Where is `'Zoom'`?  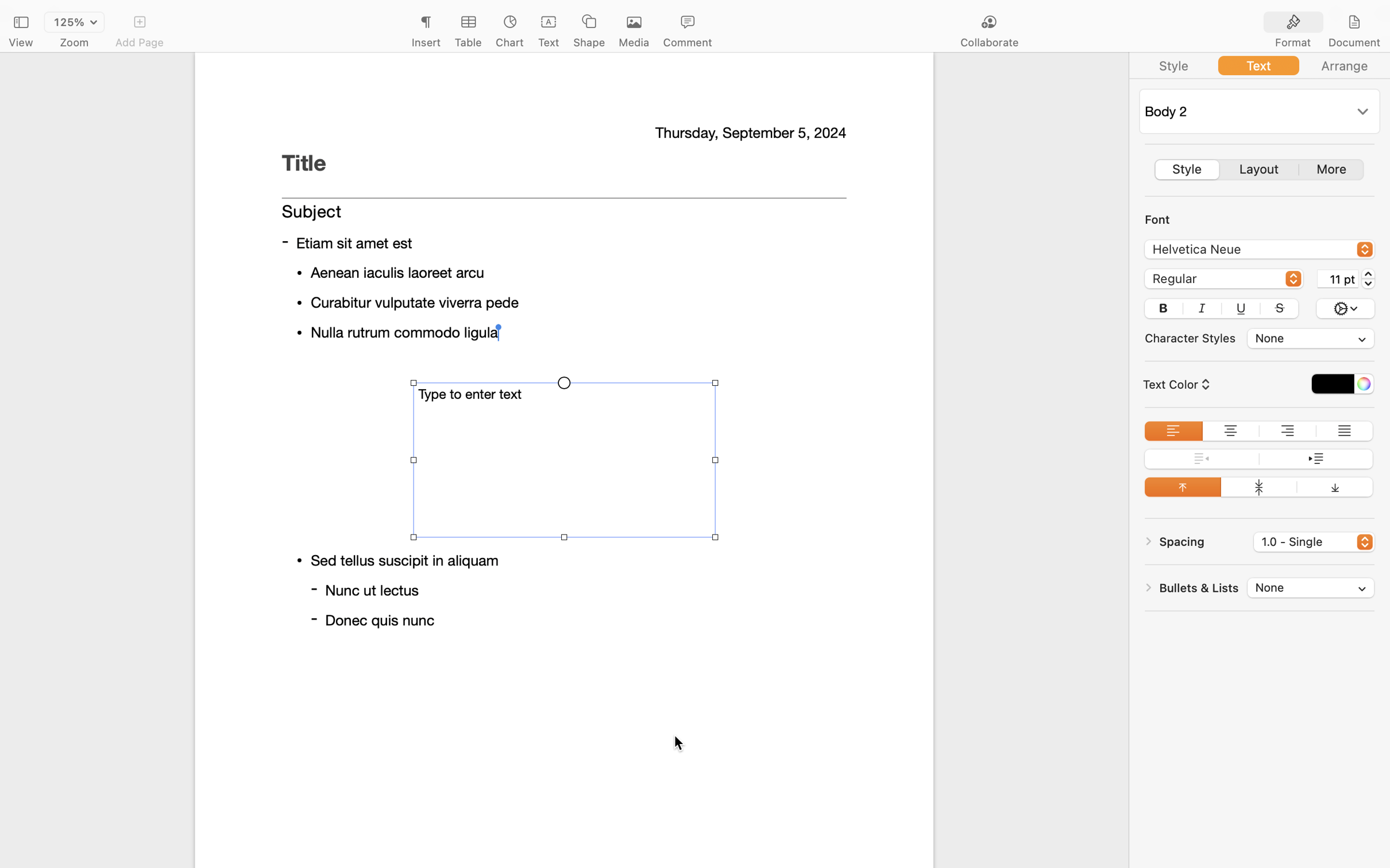 'Zoom' is located at coordinates (74, 42).